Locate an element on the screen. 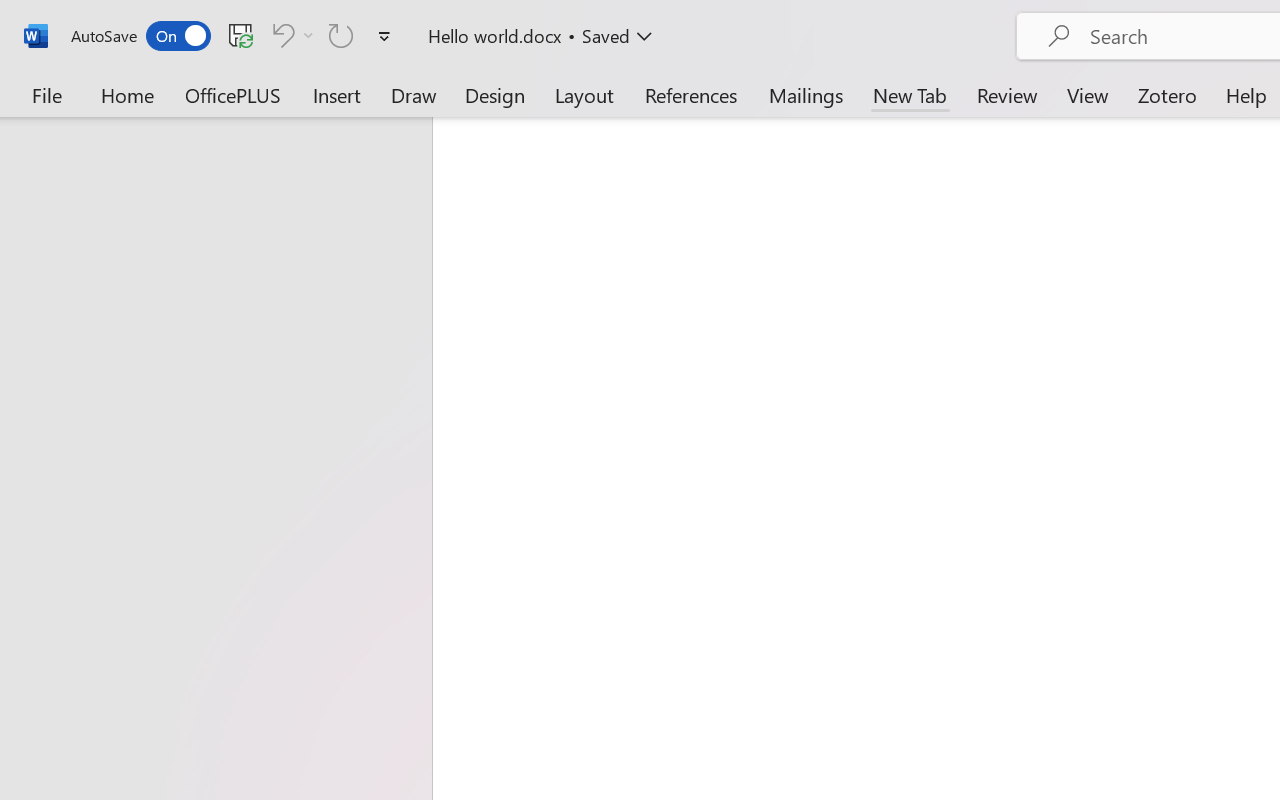 The image size is (1280, 800). 'Can' is located at coordinates (289, 34).